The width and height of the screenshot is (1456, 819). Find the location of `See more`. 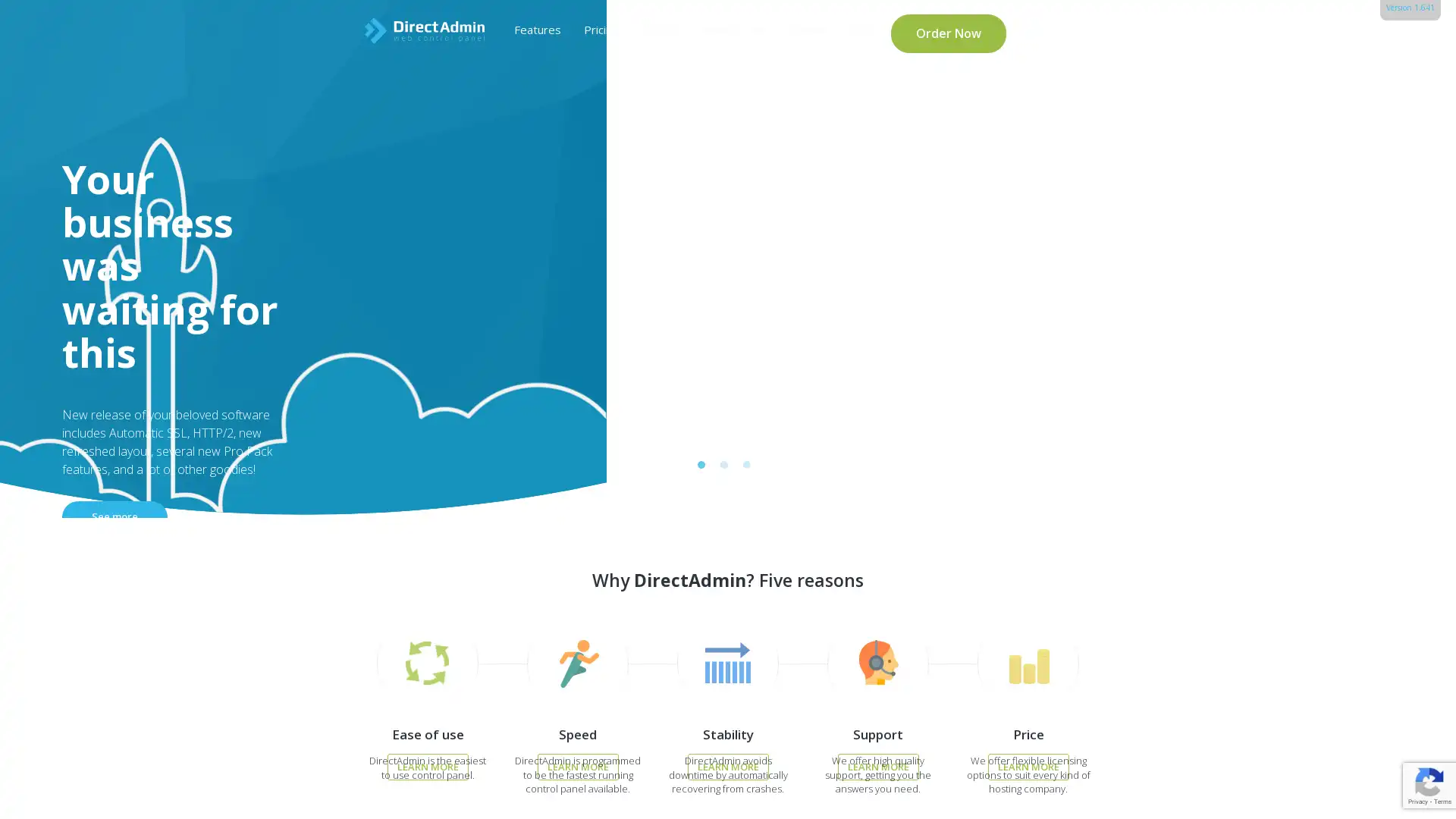

See more is located at coordinates (342, 336).